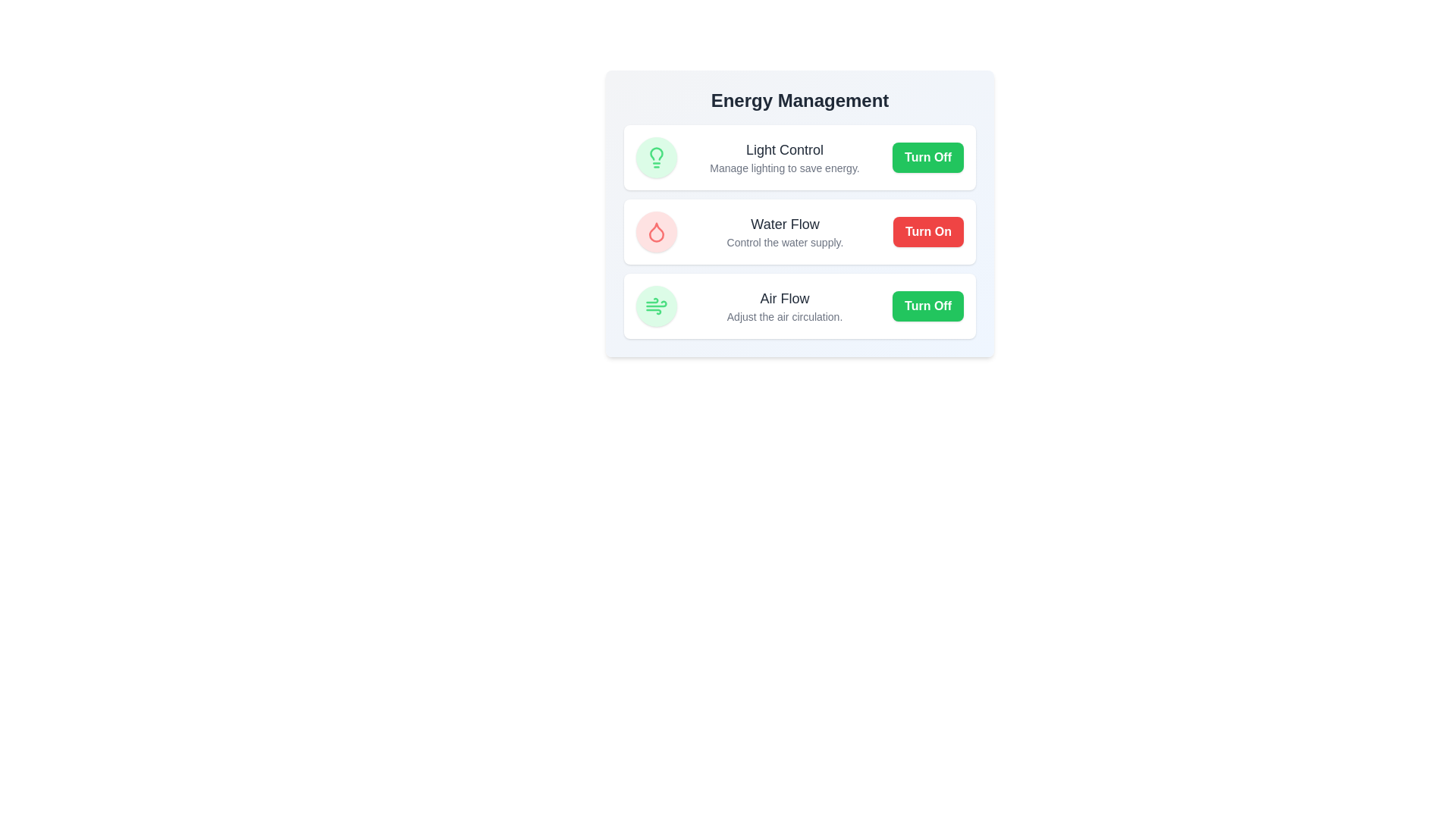 The image size is (1456, 819). What do you see at coordinates (656, 306) in the screenshot?
I see `the air circulation settings icon located in the 'Air Flow' section on the left side of the card layout` at bounding box center [656, 306].